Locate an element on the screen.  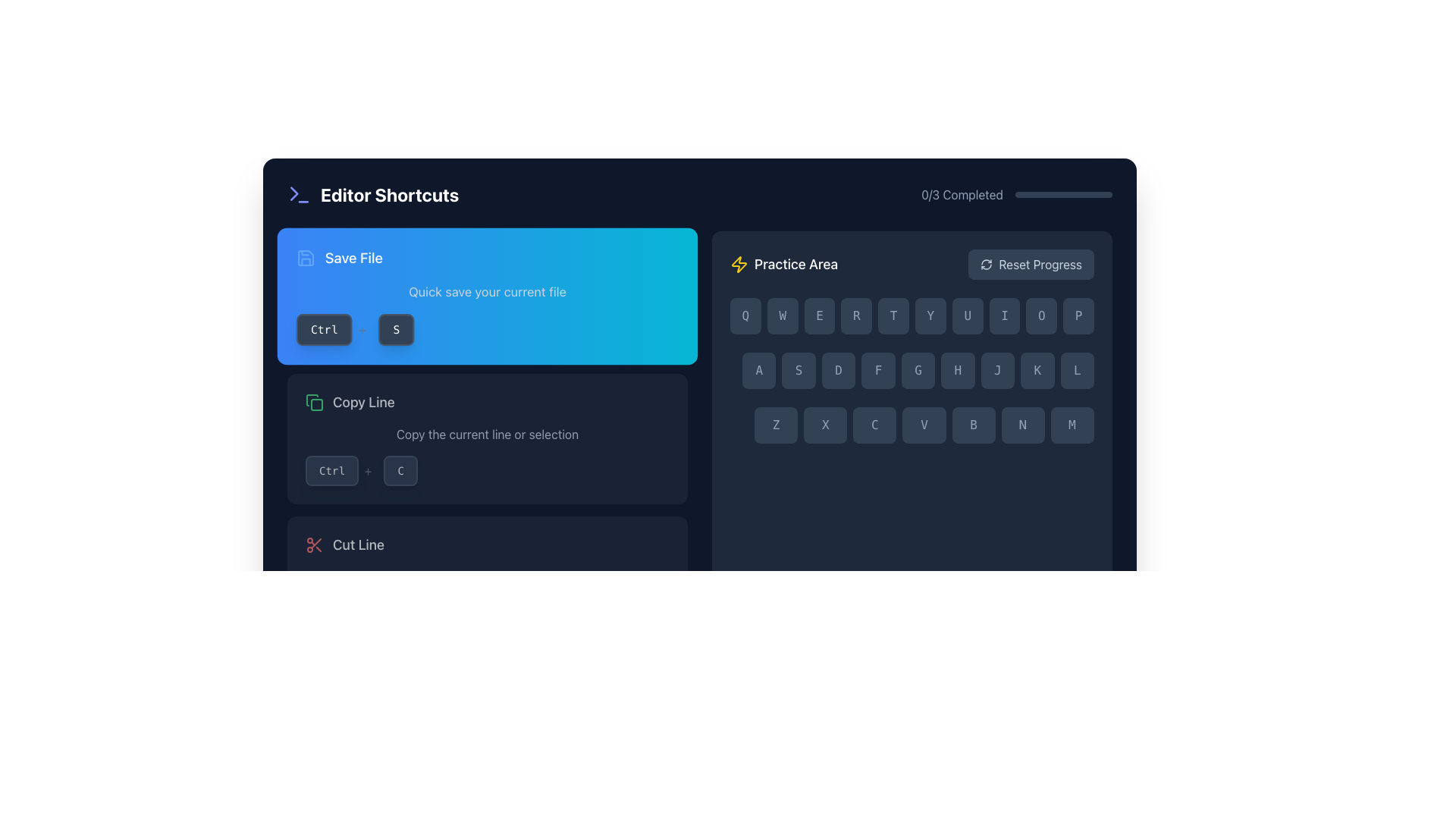
the 'Cut Line' label text, which is displayed in white font and is positioned next to a red scissors icon in the bottom section of the interface is located at coordinates (358, 544).